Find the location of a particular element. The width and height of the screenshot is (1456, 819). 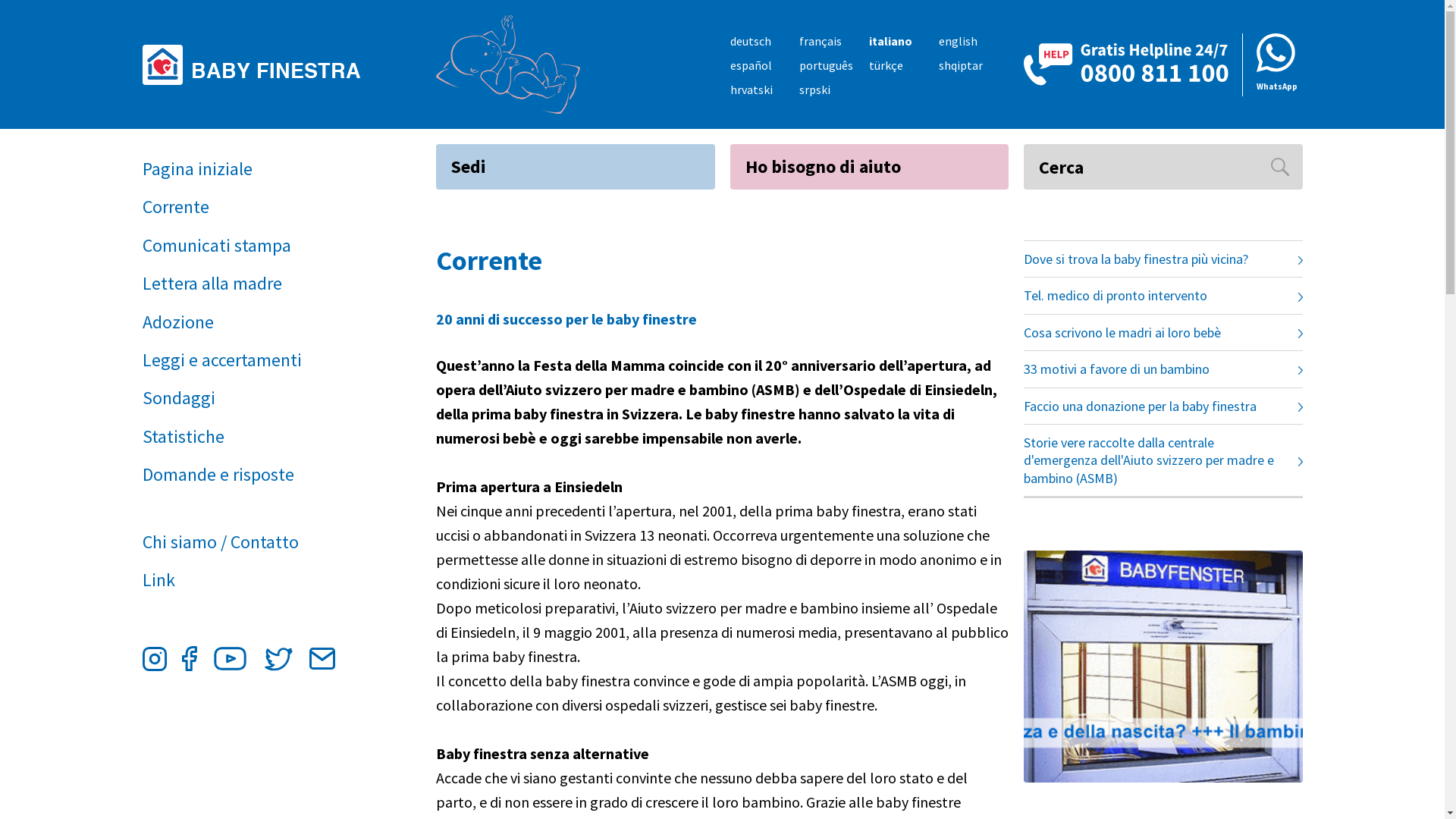

'Domande e risposte' is located at coordinates (254, 473).